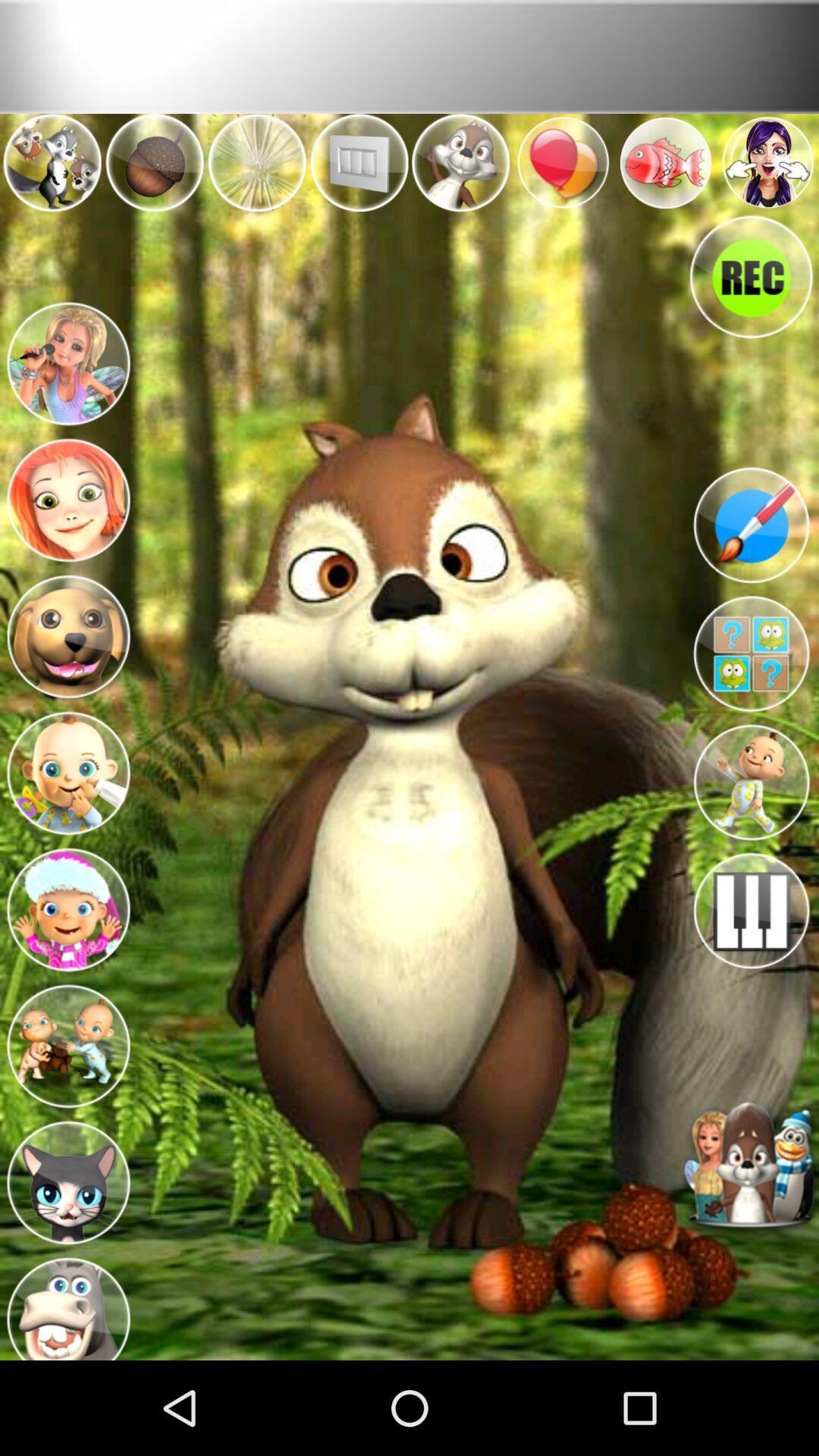  What do you see at coordinates (751, 783) in the screenshot?
I see `switch to toddler` at bounding box center [751, 783].